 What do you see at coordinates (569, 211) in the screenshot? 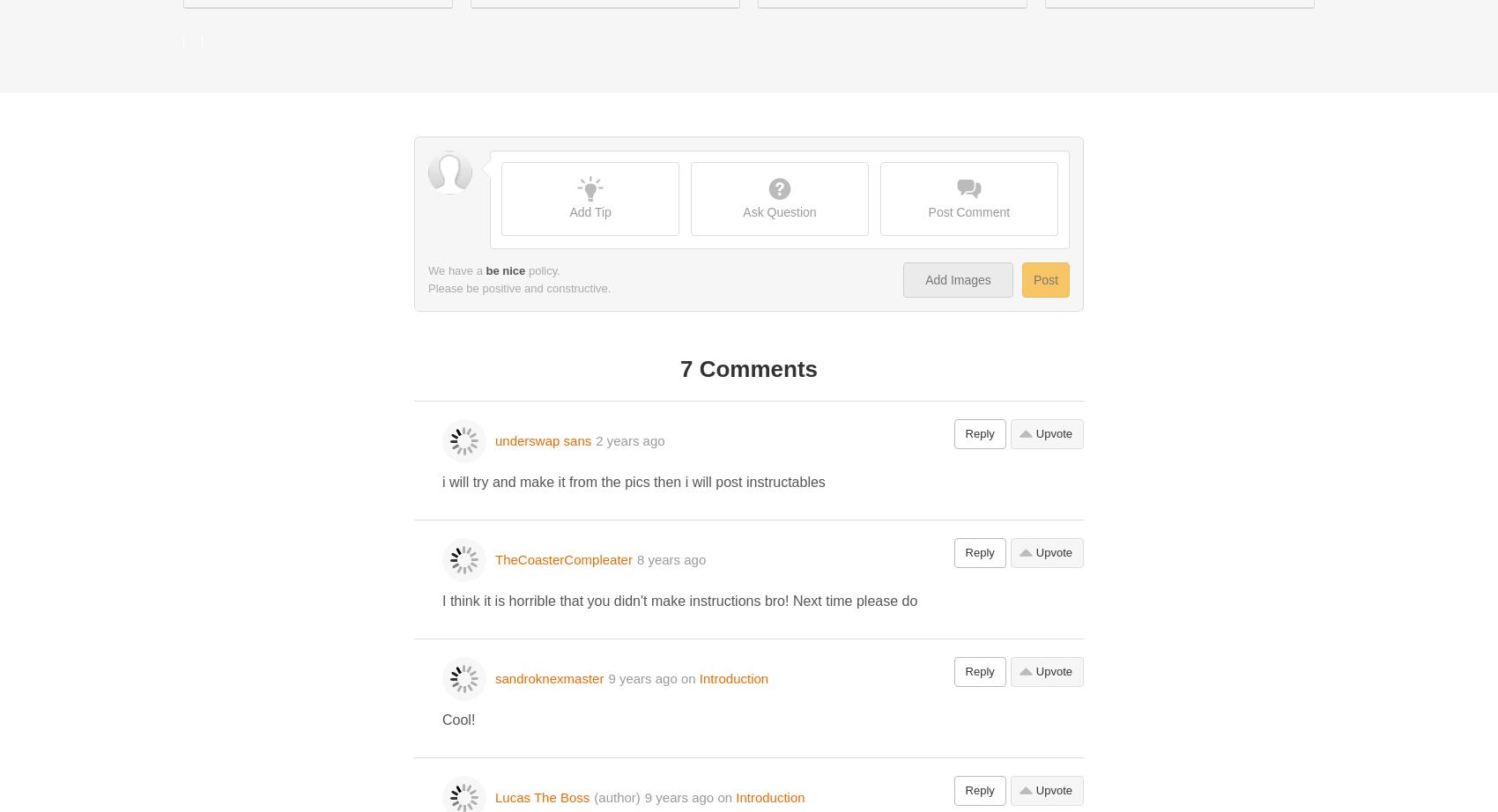
I see `'Add Tip'` at bounding box center [569, 211].